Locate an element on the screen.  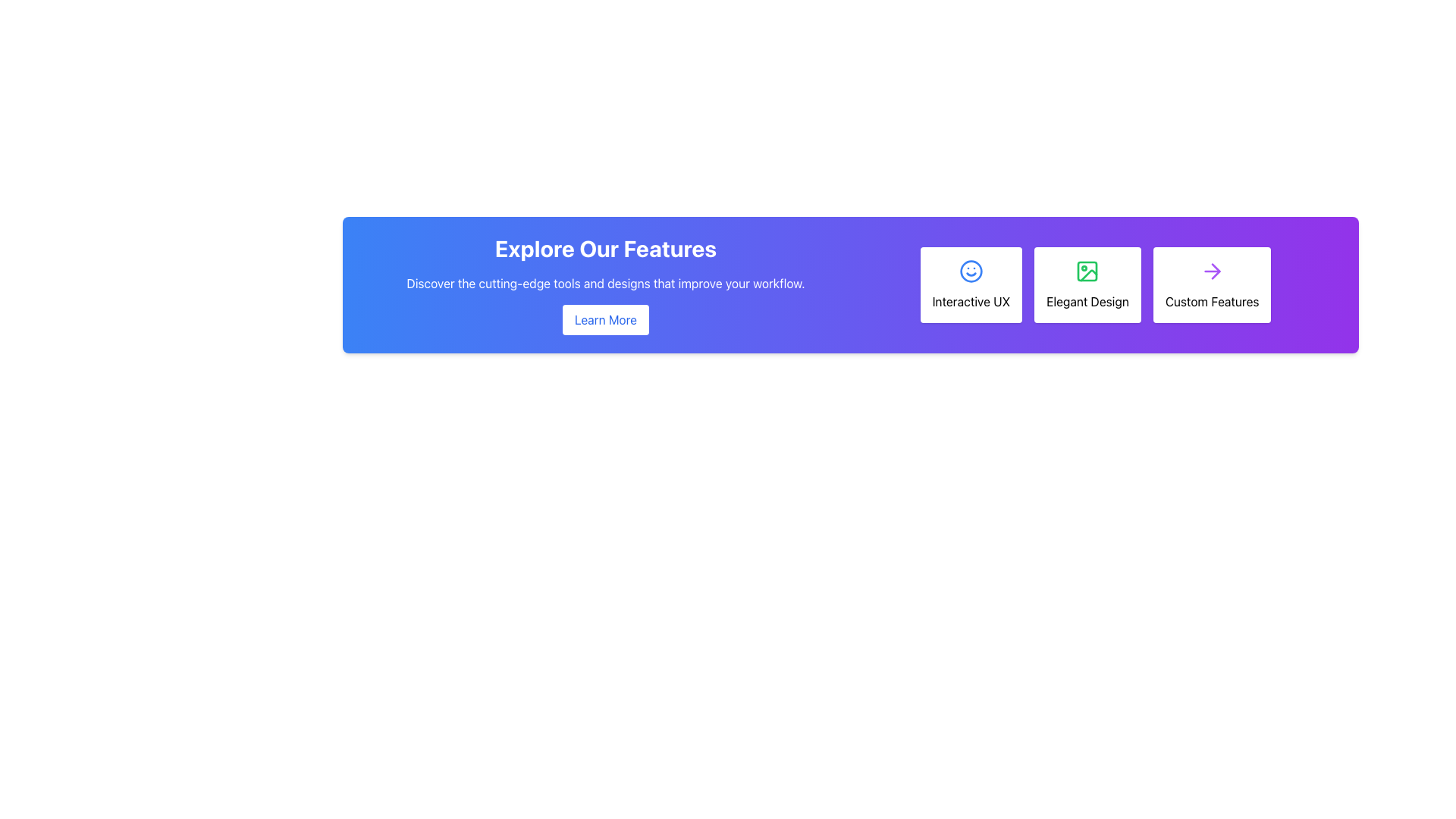
the 'Learn More' button, which is a rounded rectangular button with a white background and blue text, to observe the hover effect that changes the background to light blue is located at coordinates (604, 318).